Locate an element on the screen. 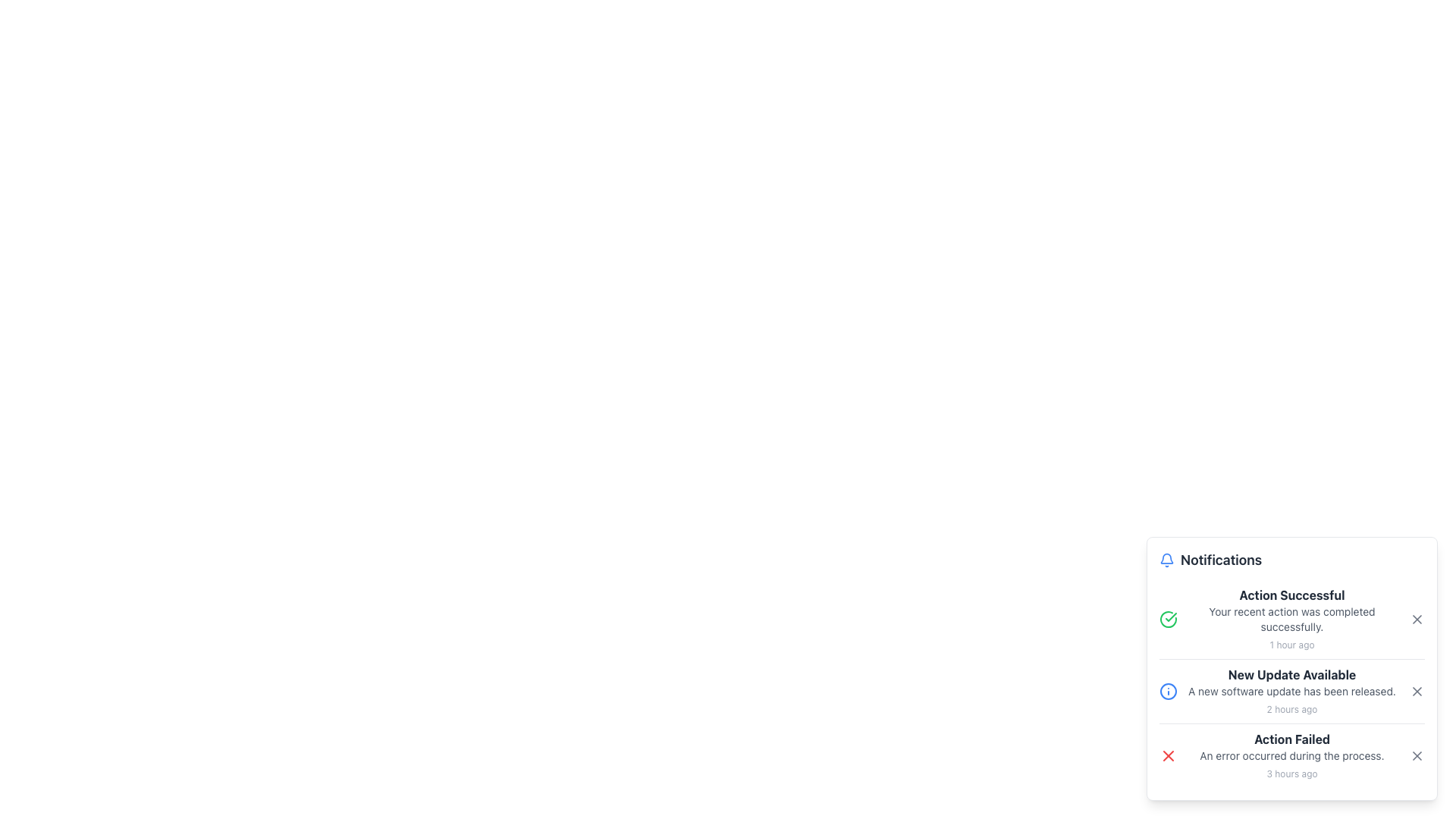 The width and height of the screenshot is (1456, 819). the Close button (small SVG cross icon) located in the top-right corner of the 'Action Successful' notification is located at coordinates (1416, 620).